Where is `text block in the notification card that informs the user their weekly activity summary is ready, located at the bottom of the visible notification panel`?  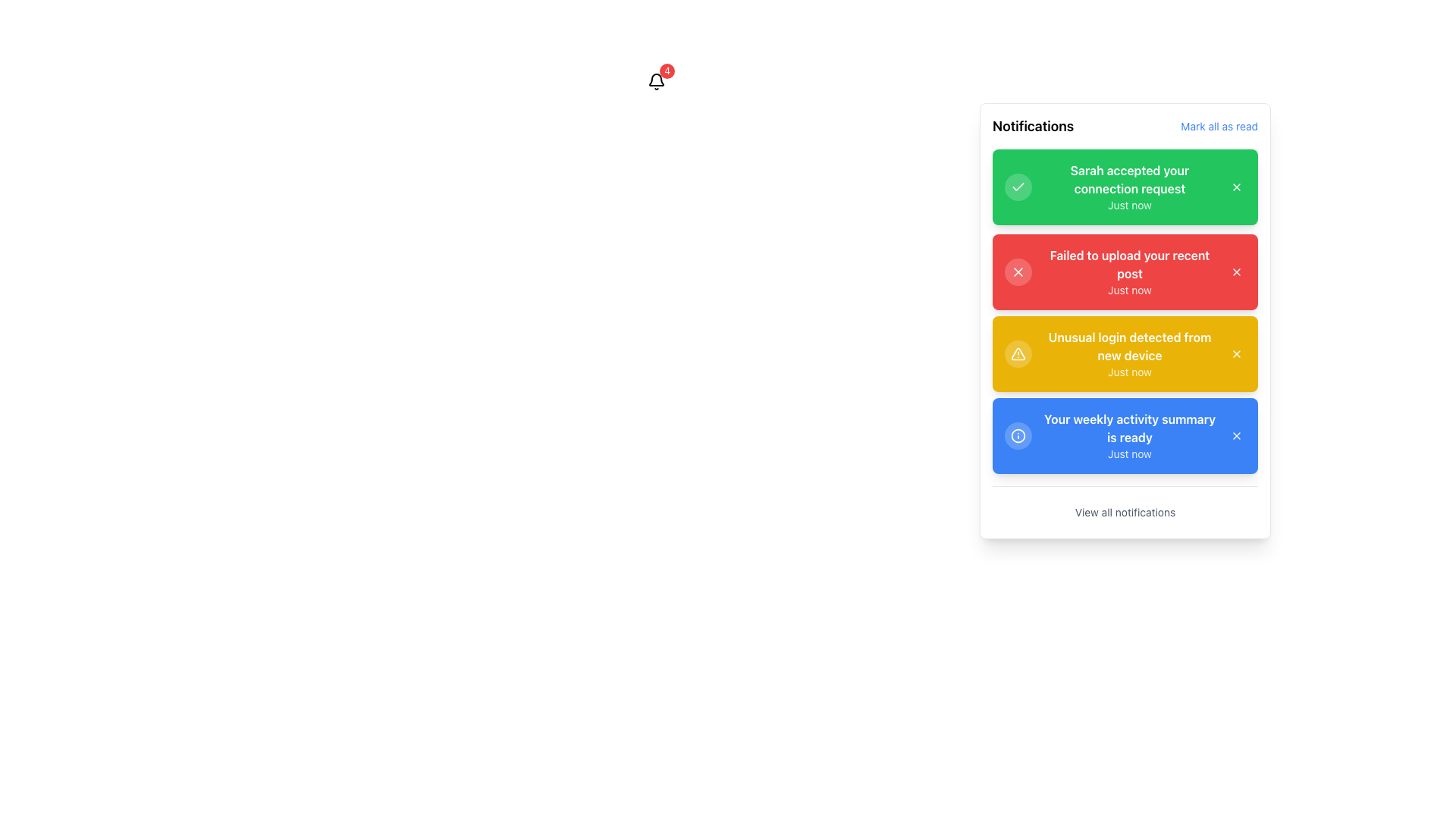 text block in the notification card that informs the user their weekly activity summary is ready, located at the bottom of the visible notification panel is located at coordinates (1129, 435).